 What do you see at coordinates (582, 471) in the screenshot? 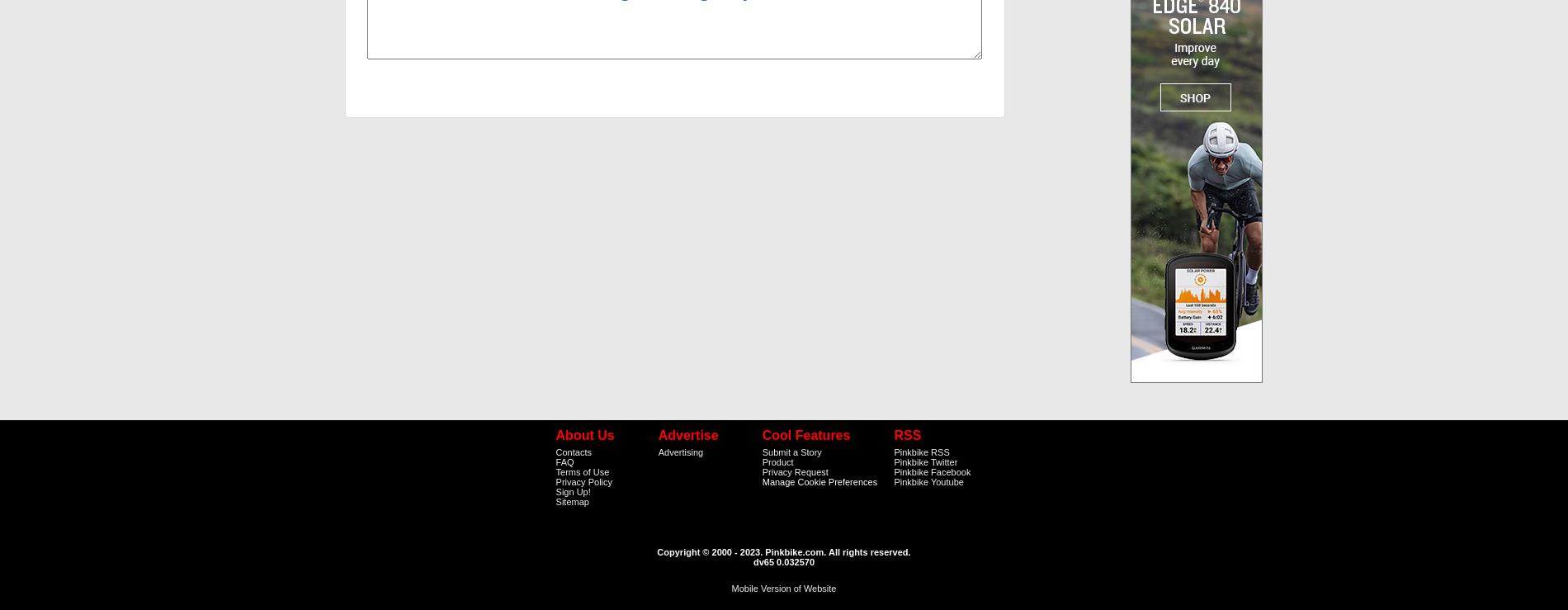
I see `'Terms of Use'` at bounding box center [582, 471].